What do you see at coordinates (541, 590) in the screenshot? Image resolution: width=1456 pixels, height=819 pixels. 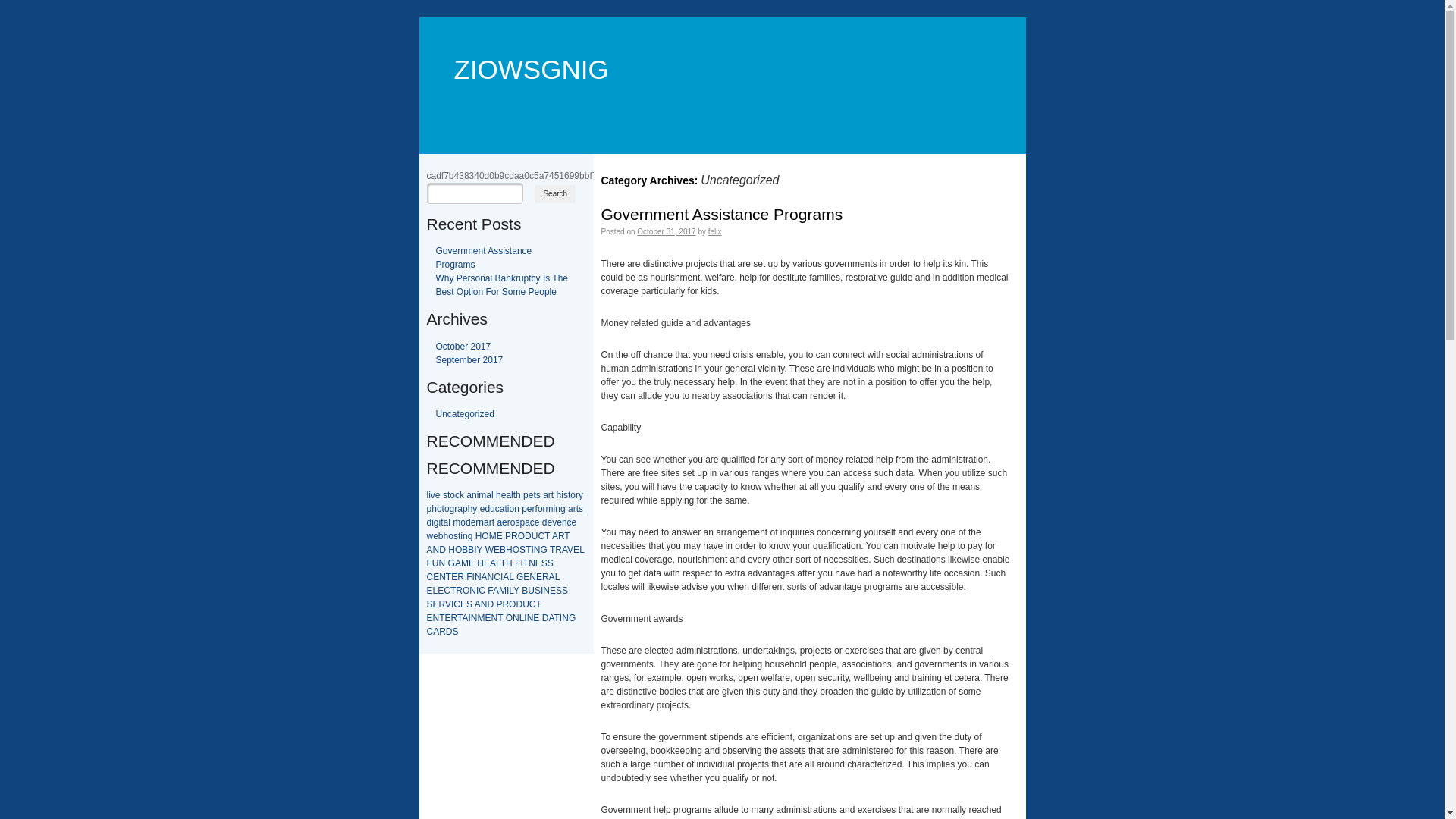 I see `'I'` at bounding box center [541, 590].